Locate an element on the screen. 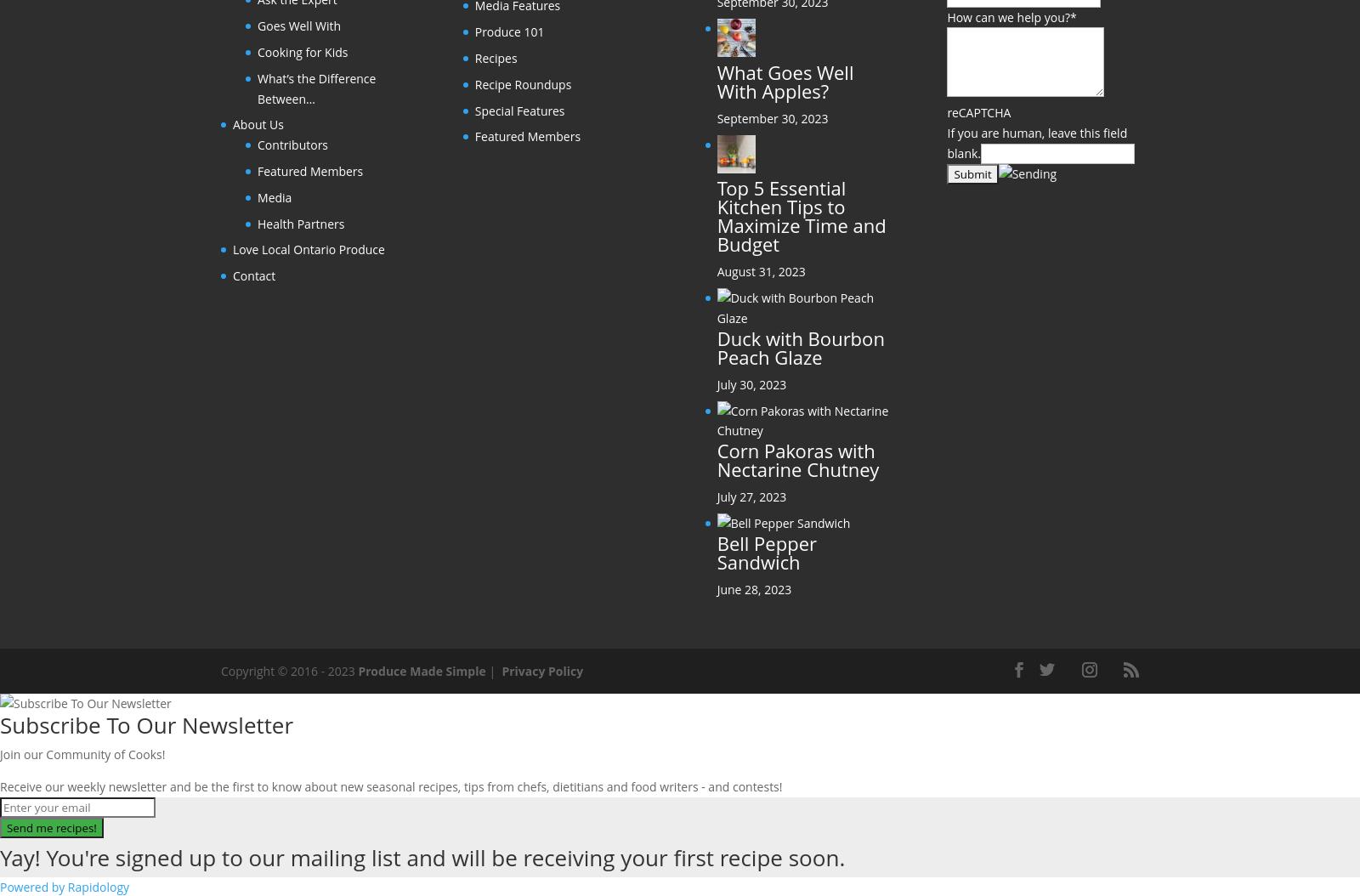 This screenshot has height=896, width=1360. 'Rapidology' is located at coordinates (66, 885).